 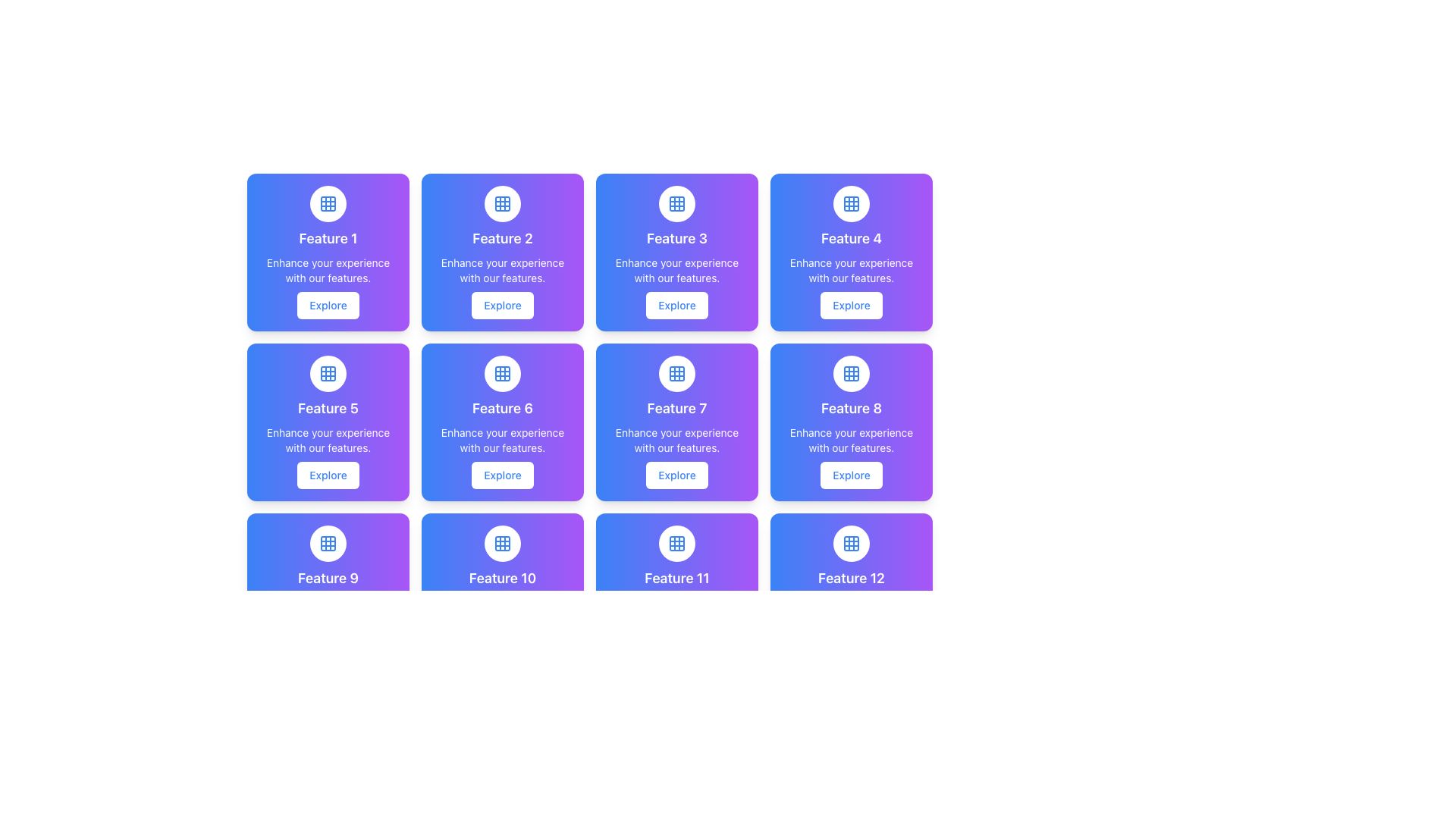 I want to click on the Icon (SVG element) representing 'Feature 12' located at the top of the card in the fourth column of the third row of a 4x3 grid layout, so click(x=852, y=543).